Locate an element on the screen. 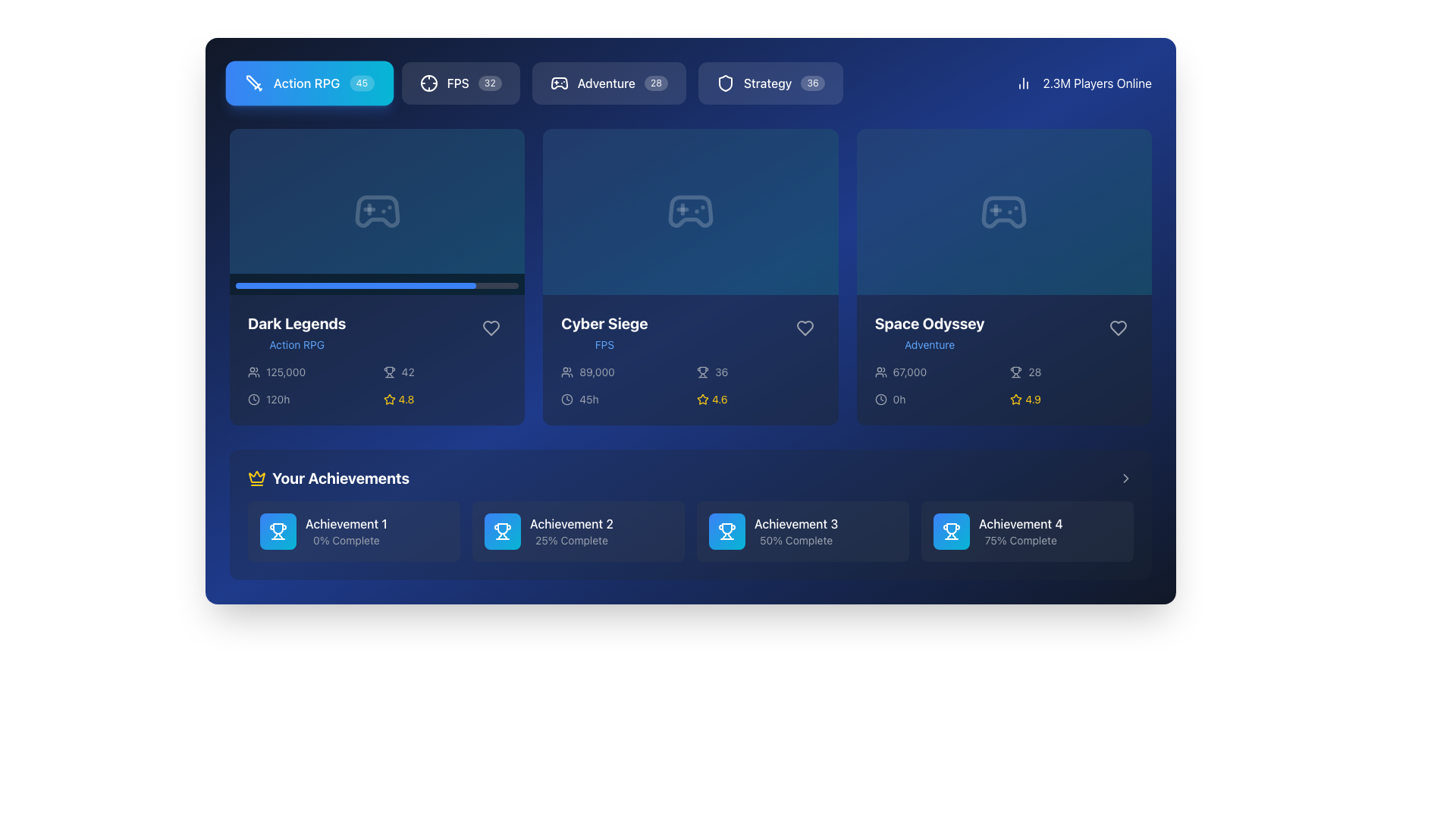 The height and width of the screenshot is (819, 1456). the white game controller icon that is styled as an outline, located to the left of the text 'Adventure' and the number '28' in the top center section of the interface is located at coordinates (558, 83).